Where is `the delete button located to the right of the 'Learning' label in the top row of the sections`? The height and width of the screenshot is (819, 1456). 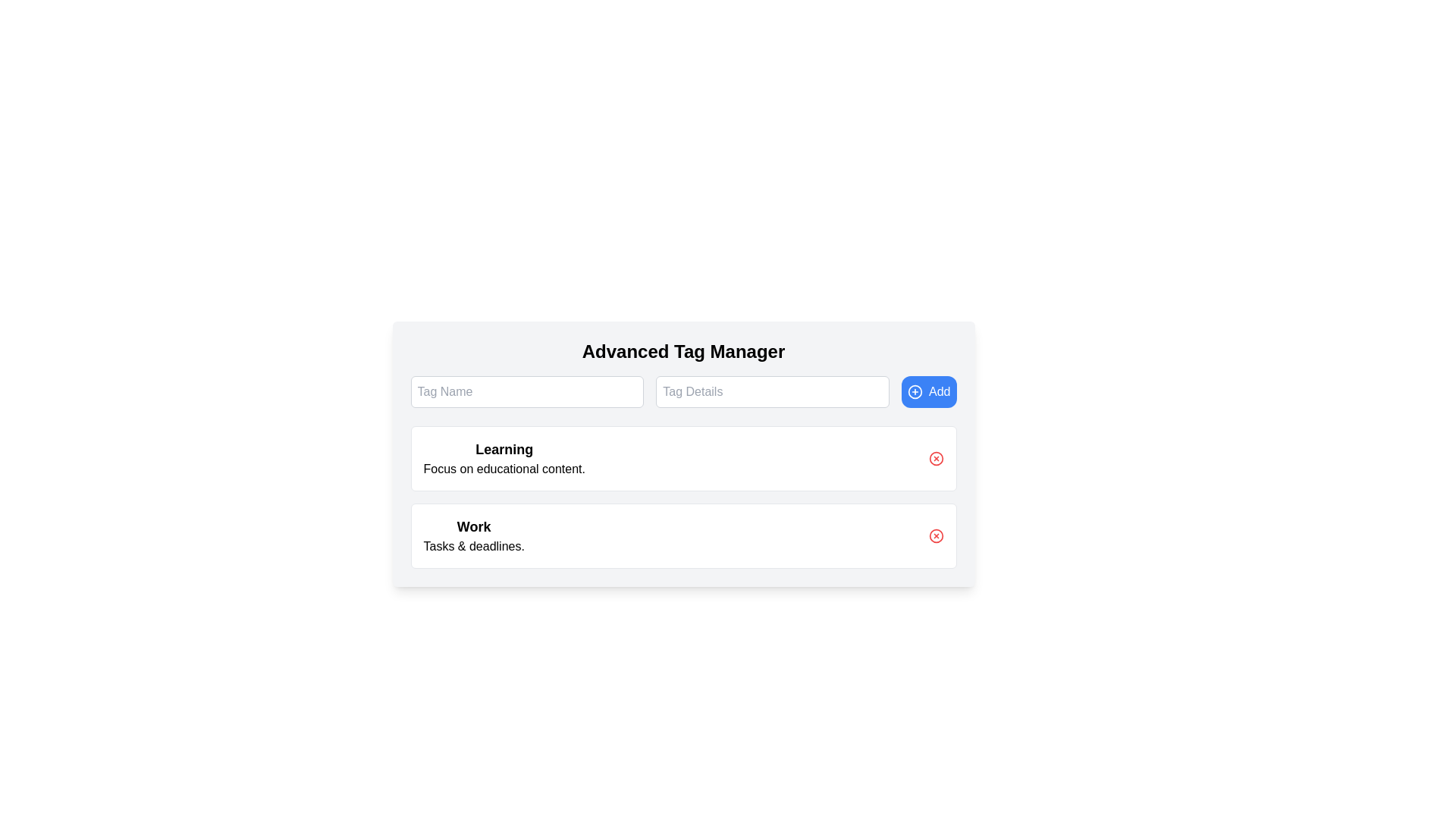
the delete button located to the right of the 'Learning' label in the top row of the sections is located at coordinates (935, 458).